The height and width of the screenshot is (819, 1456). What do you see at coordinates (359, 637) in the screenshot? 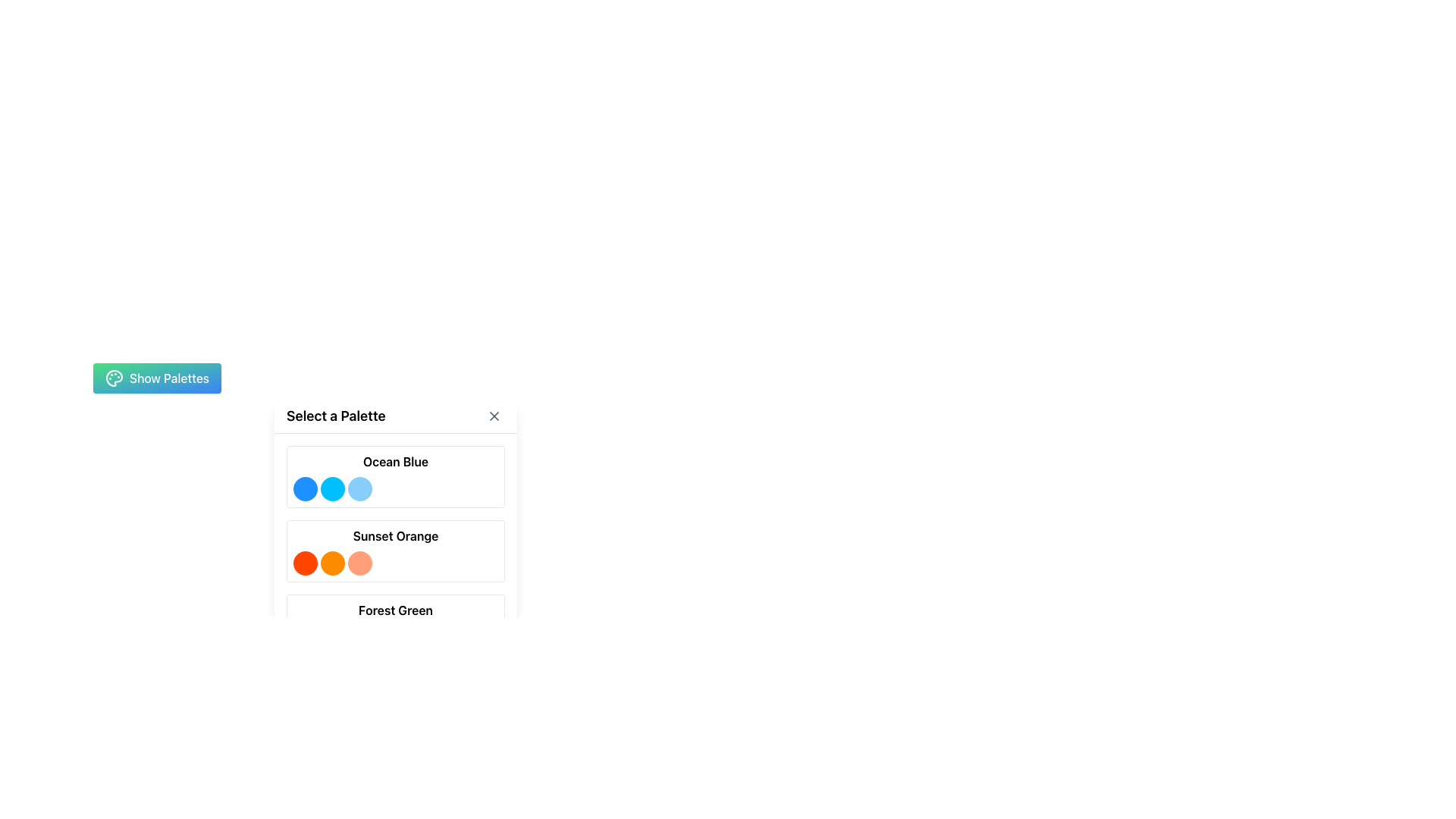
I see `the small circular Color option indicator with a light teal background, which is the third item in a row of three colored circles in the 'Forest Green' palette section` at bounding box center [359, 637].